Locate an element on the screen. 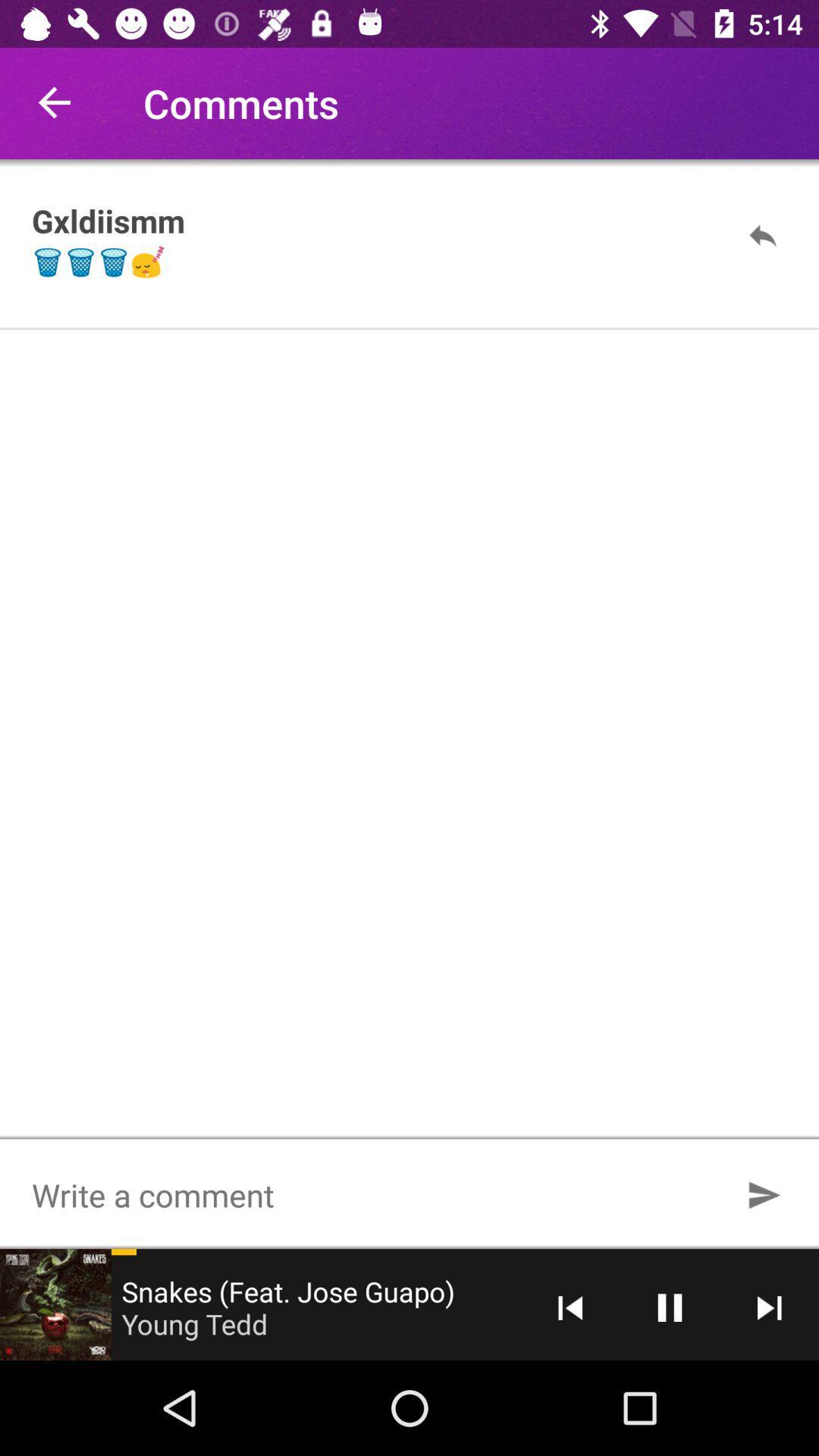 The image size is (819, 1456). the item at the top right corner is located at coordinates (763, 234).